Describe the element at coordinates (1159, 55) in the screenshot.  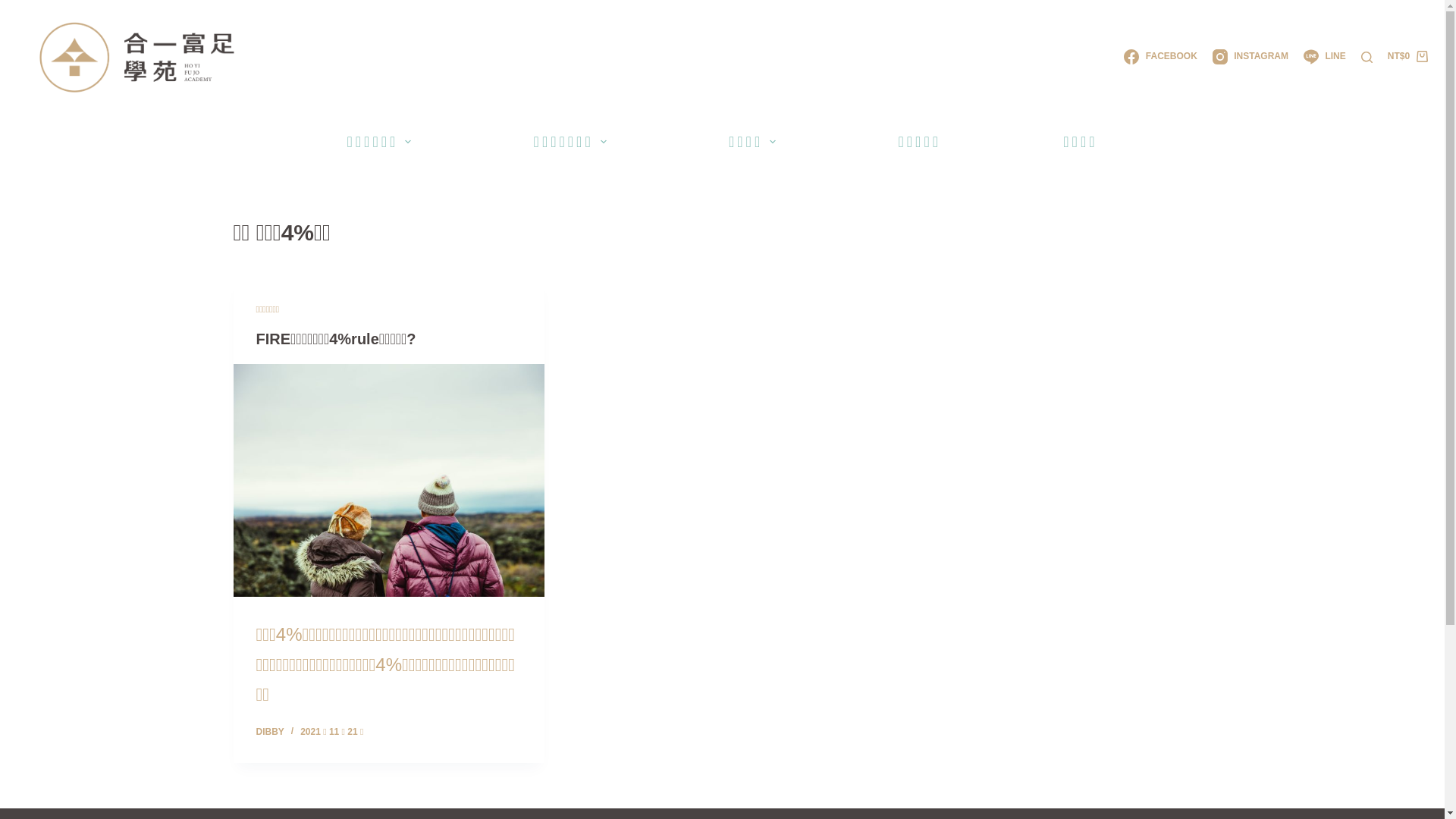
I see `'FACEBOOK'` at that location.